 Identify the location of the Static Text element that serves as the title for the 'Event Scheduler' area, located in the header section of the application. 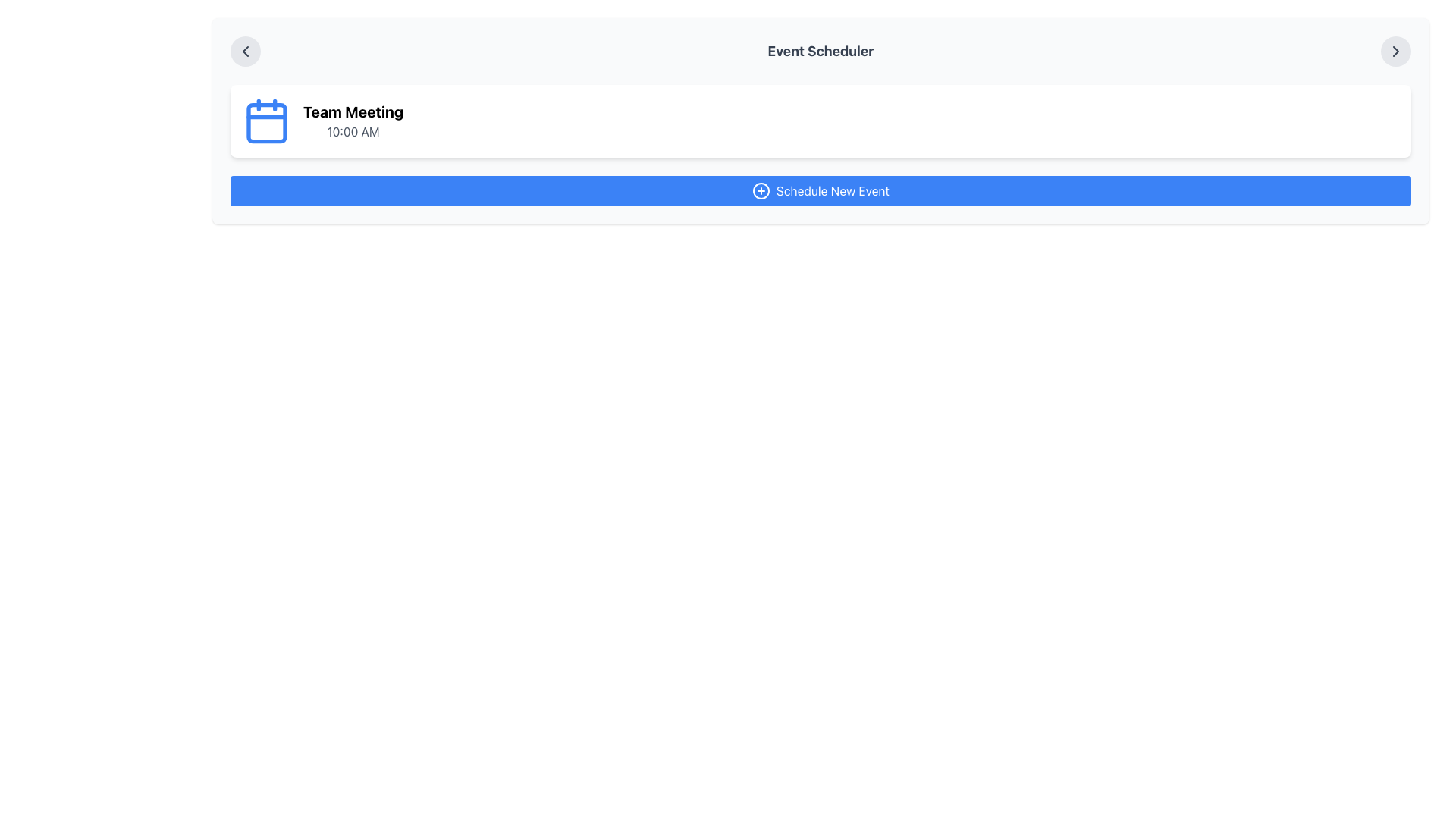
(820, 51).